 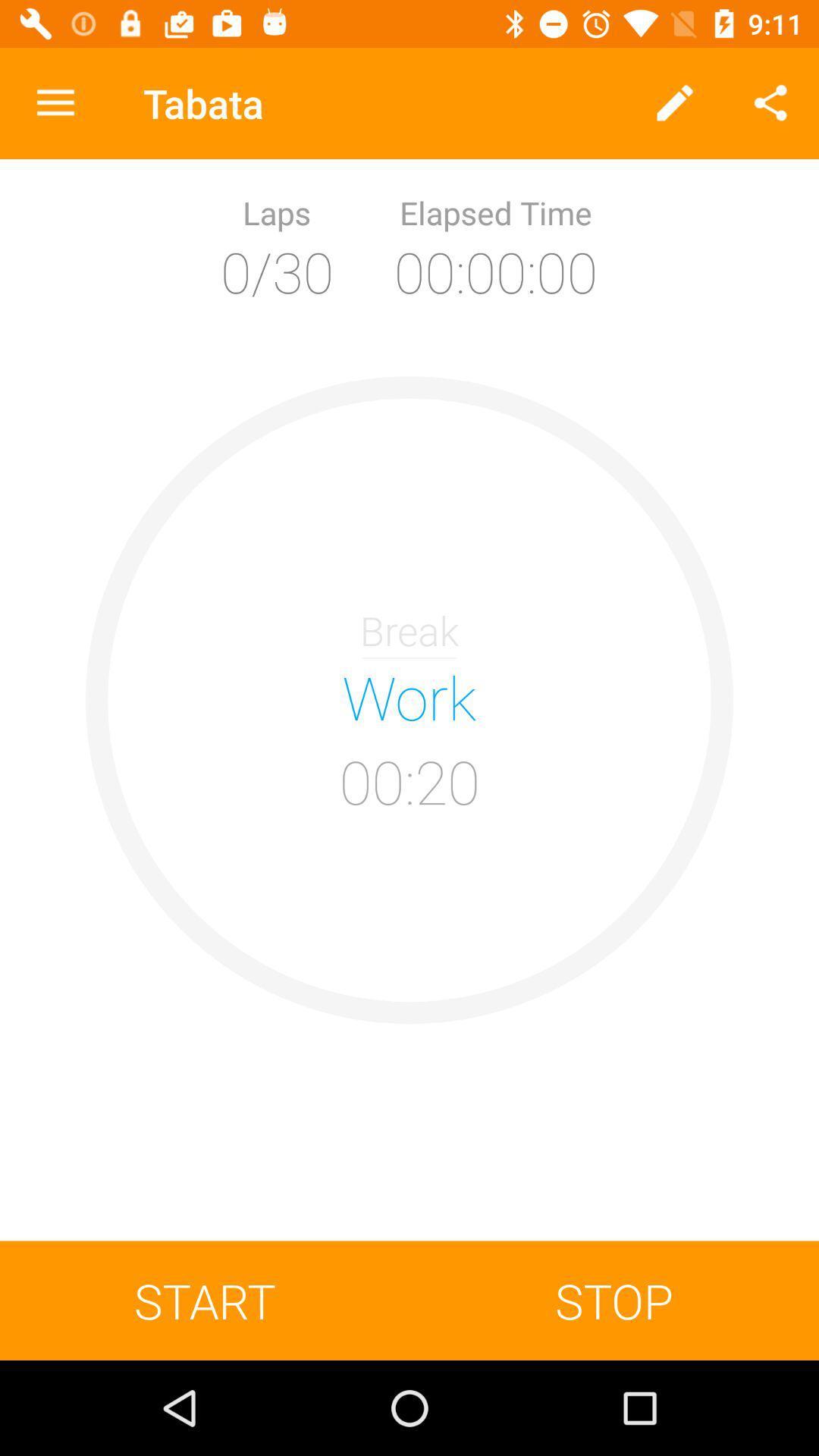 I want to click on the item next to start item, so click(x=614, y=1300).